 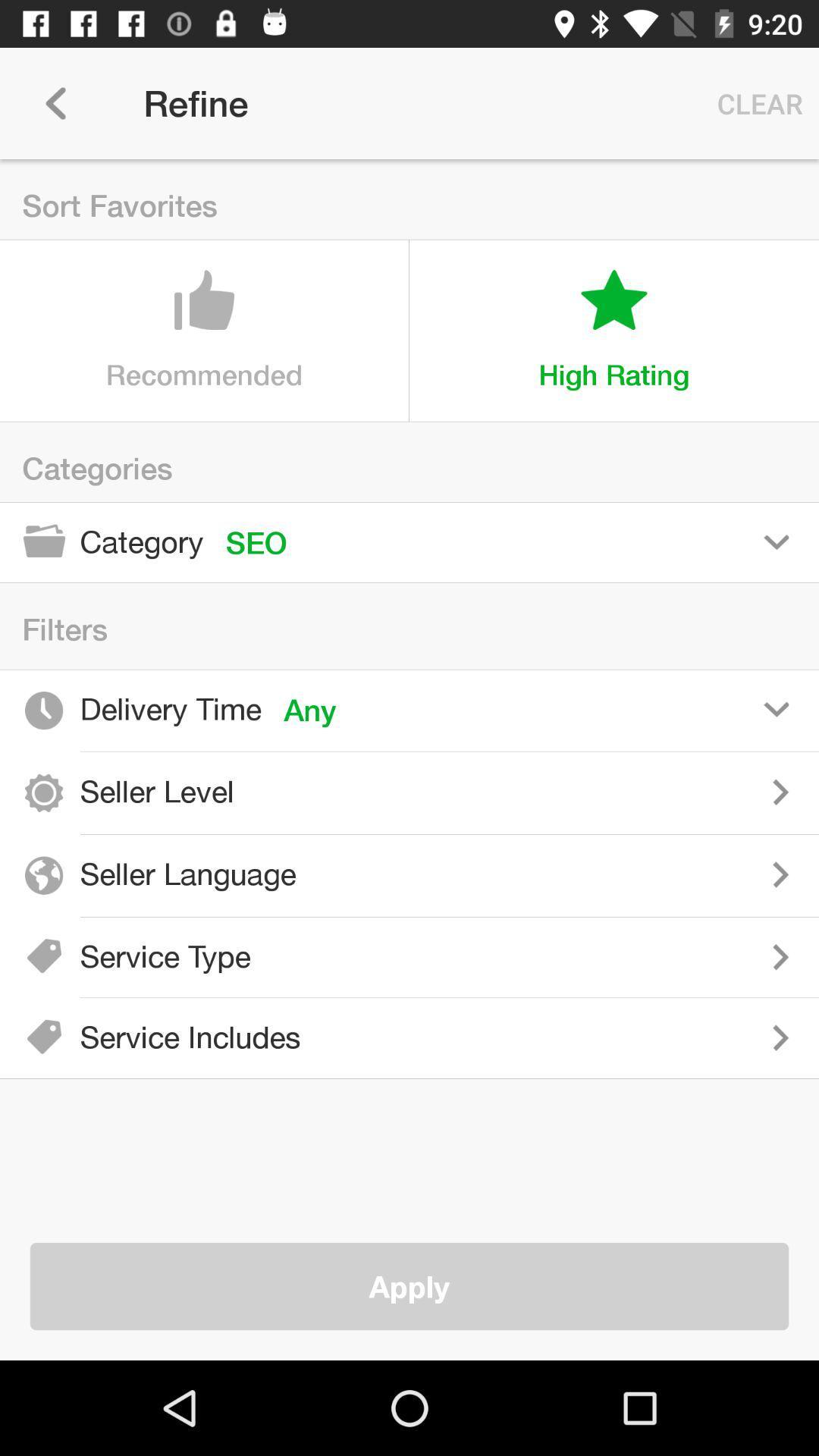 I want to click on service includes filter, so click(x=570, y=1037).